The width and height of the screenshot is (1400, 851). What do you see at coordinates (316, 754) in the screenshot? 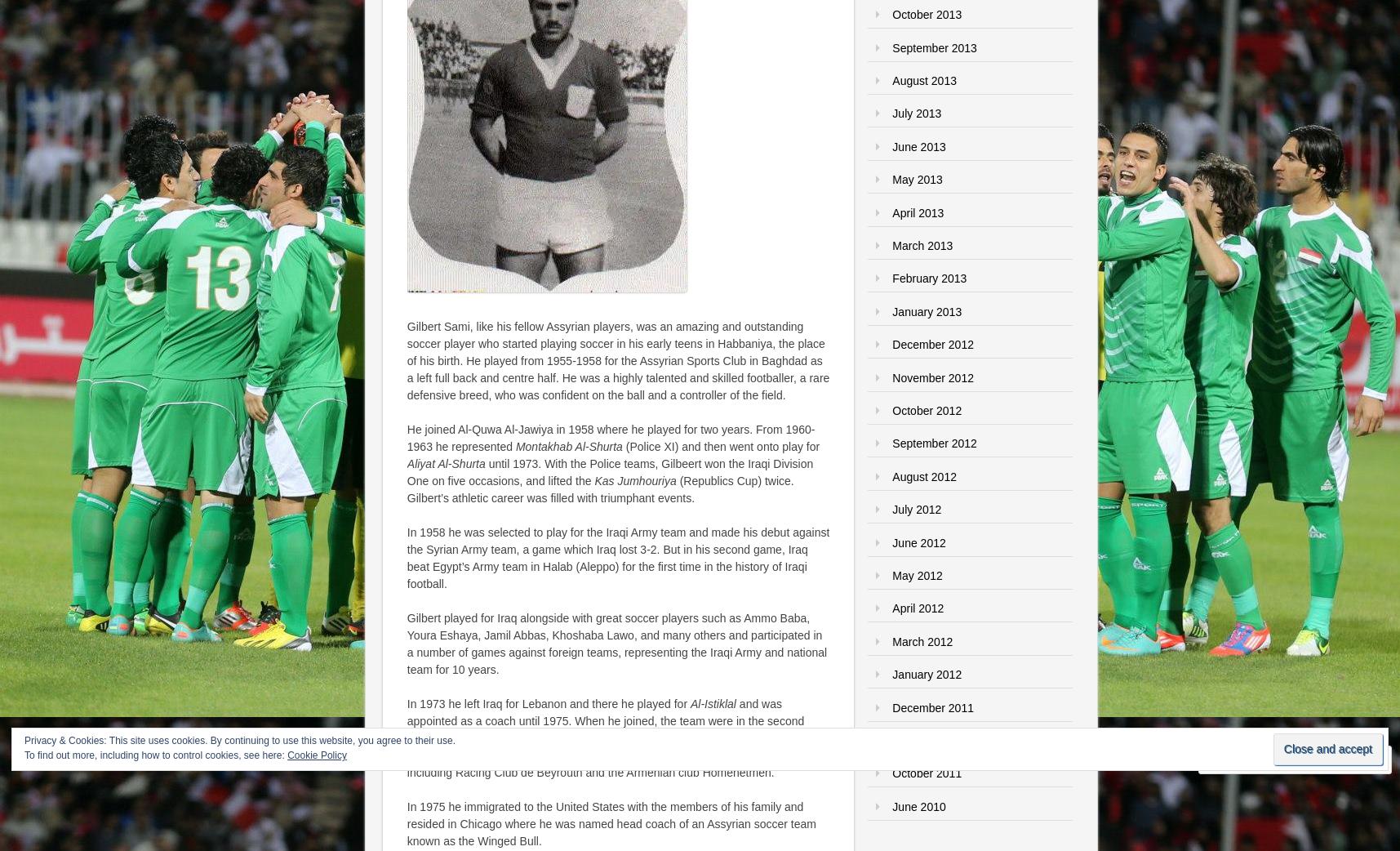
I see `'Cookie Policy'` at bounding box center [316, 754].